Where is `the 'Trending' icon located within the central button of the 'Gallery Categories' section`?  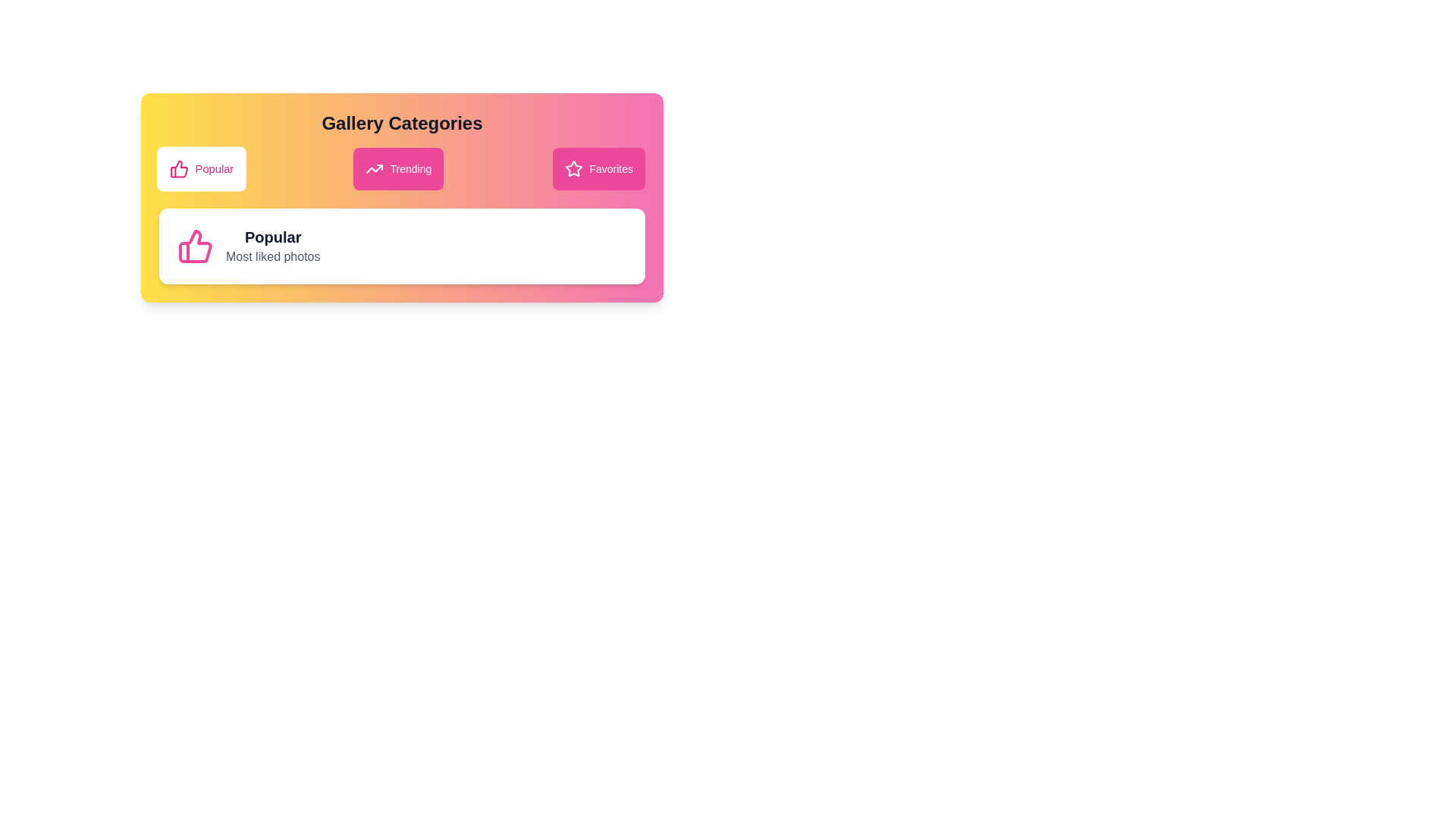 the 'Trending' icon located within the central button of the 'Gallery Categories' section is located at coordinates (375, 169).